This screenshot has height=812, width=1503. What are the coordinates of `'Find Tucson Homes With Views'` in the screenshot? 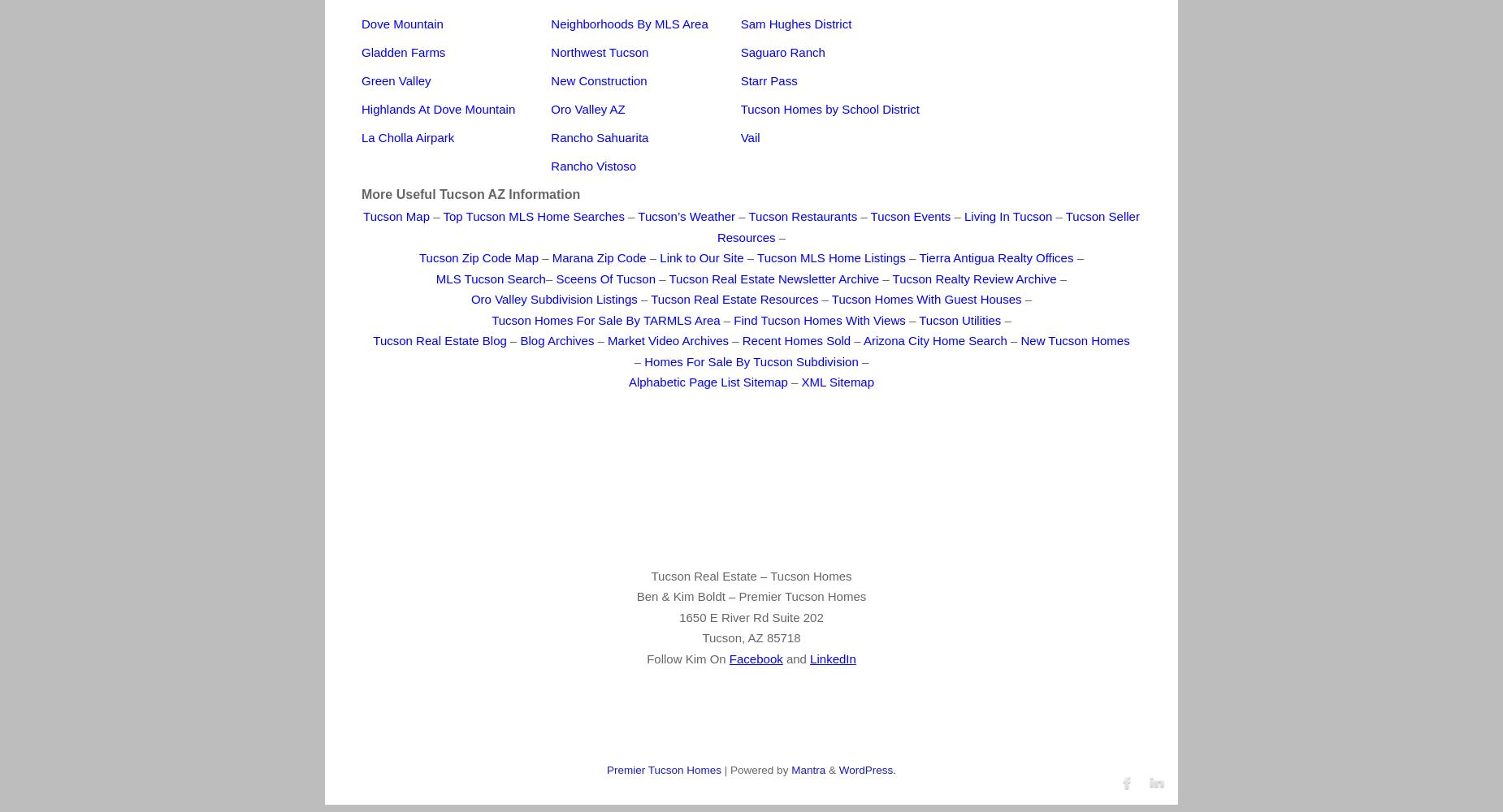 It's located at (818, 319).